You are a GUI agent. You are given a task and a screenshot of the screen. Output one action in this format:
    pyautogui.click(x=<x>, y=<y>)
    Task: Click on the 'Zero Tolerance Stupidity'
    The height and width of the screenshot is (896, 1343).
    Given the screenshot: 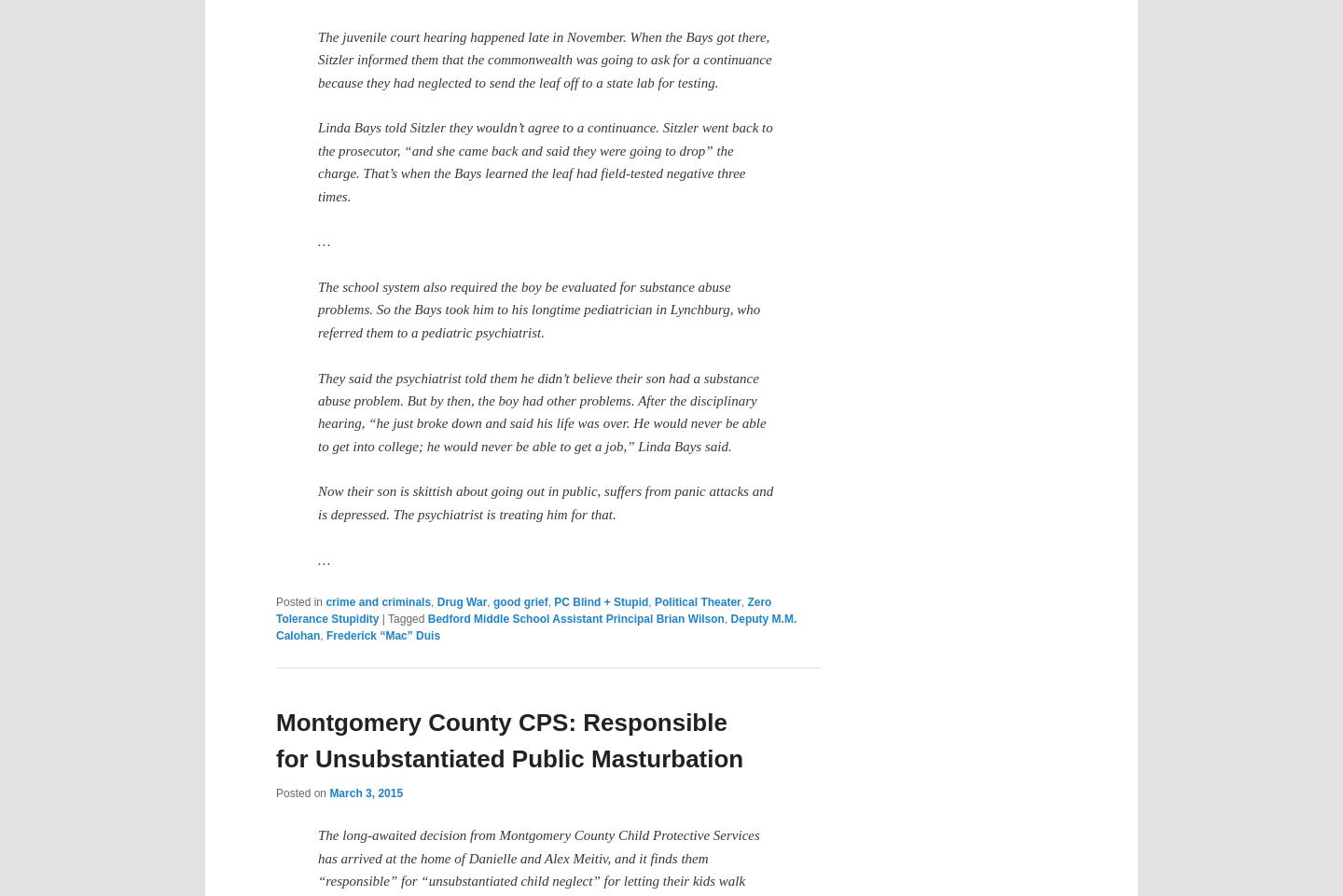 What is the action you would take?
    pyautogui.click(x=523, y=610)
    